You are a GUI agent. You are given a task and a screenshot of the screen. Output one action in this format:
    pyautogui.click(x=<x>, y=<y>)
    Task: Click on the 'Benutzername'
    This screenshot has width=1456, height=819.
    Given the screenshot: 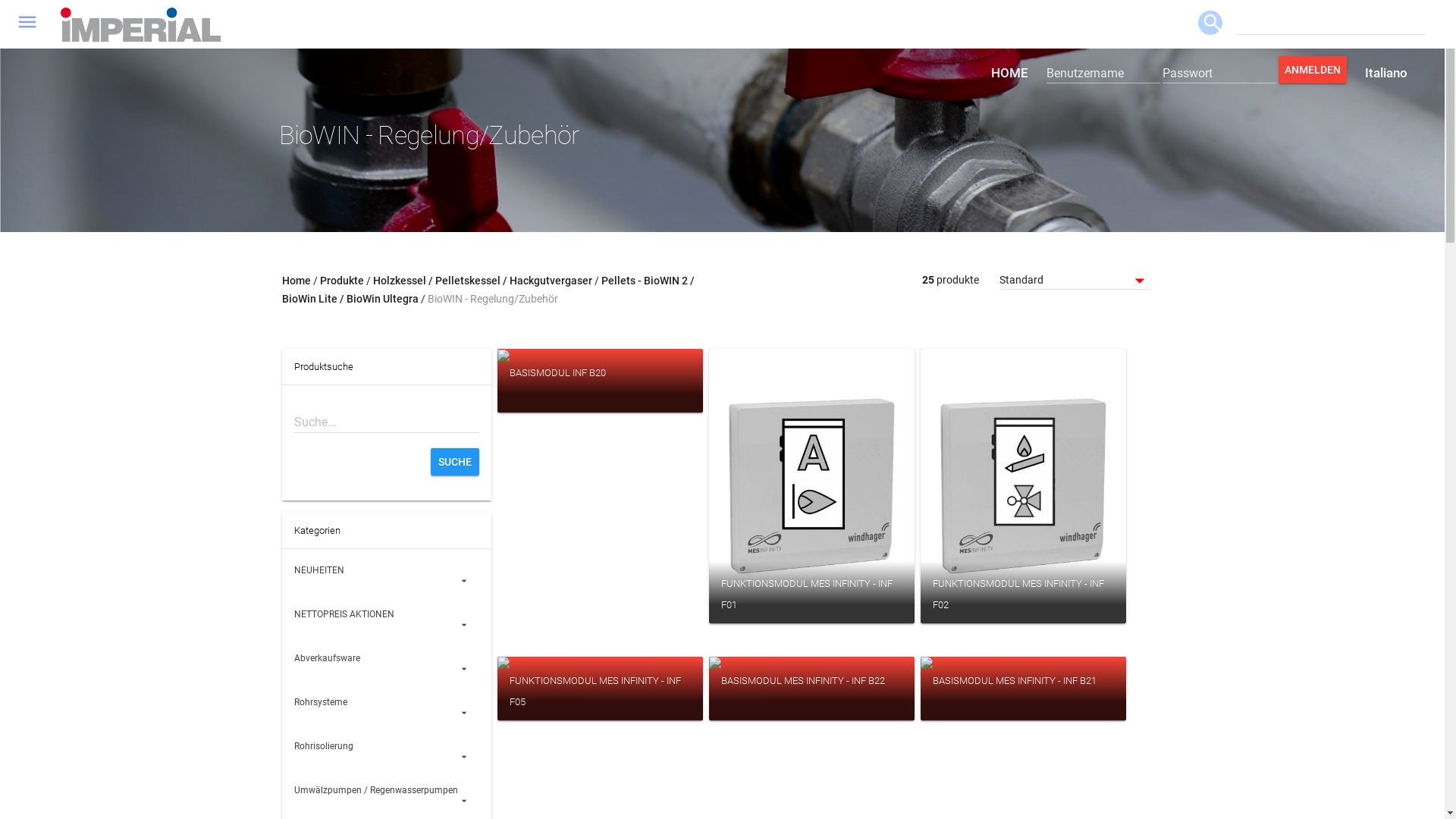 What is the action you would take?
    pyautogui.click(x=1103, y=72)
    